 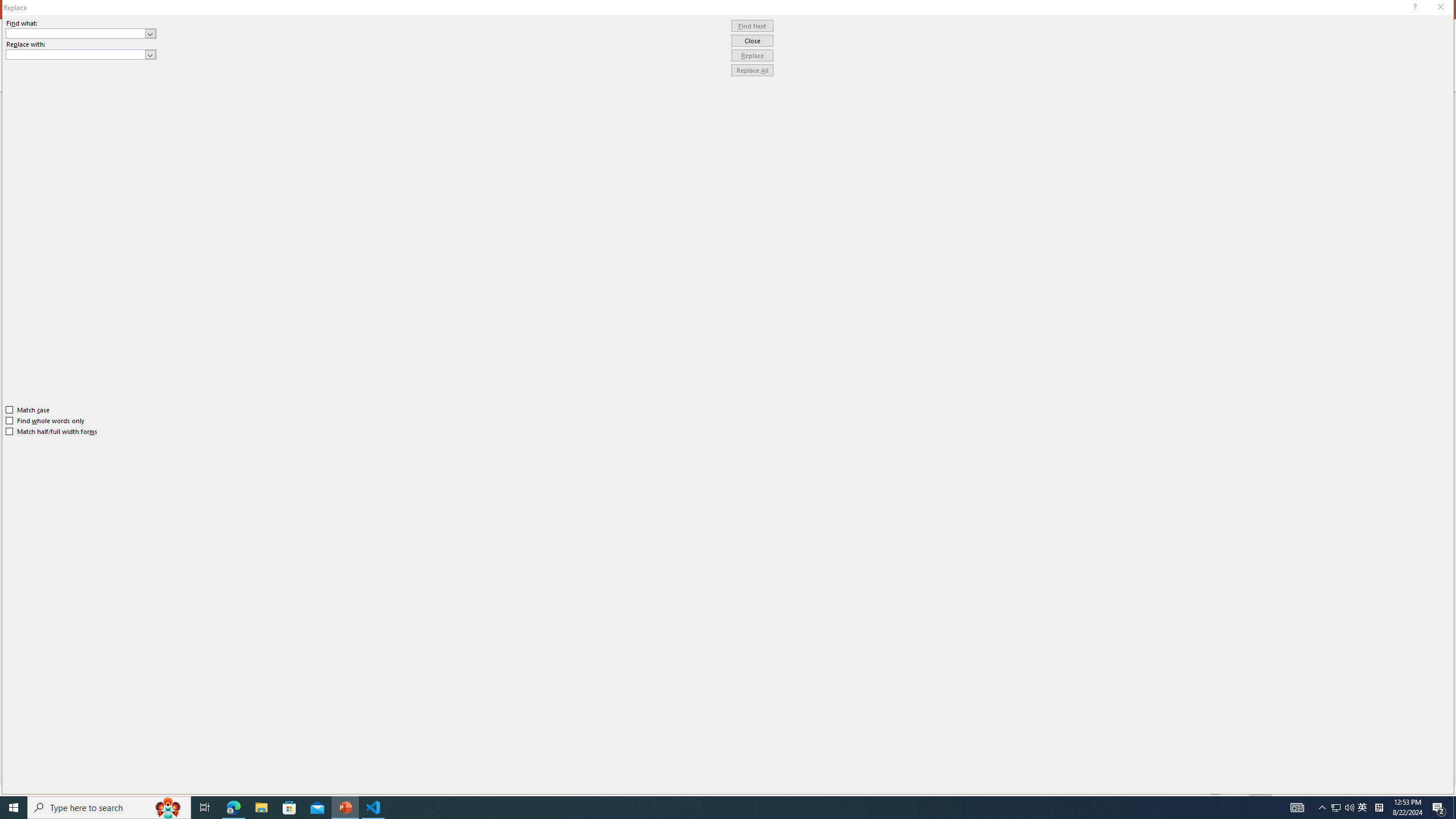 What do you see at coordinates (52, 431) in the screenshot?
I see `'Match half/full width forms'` at bounding box center [52, 431].